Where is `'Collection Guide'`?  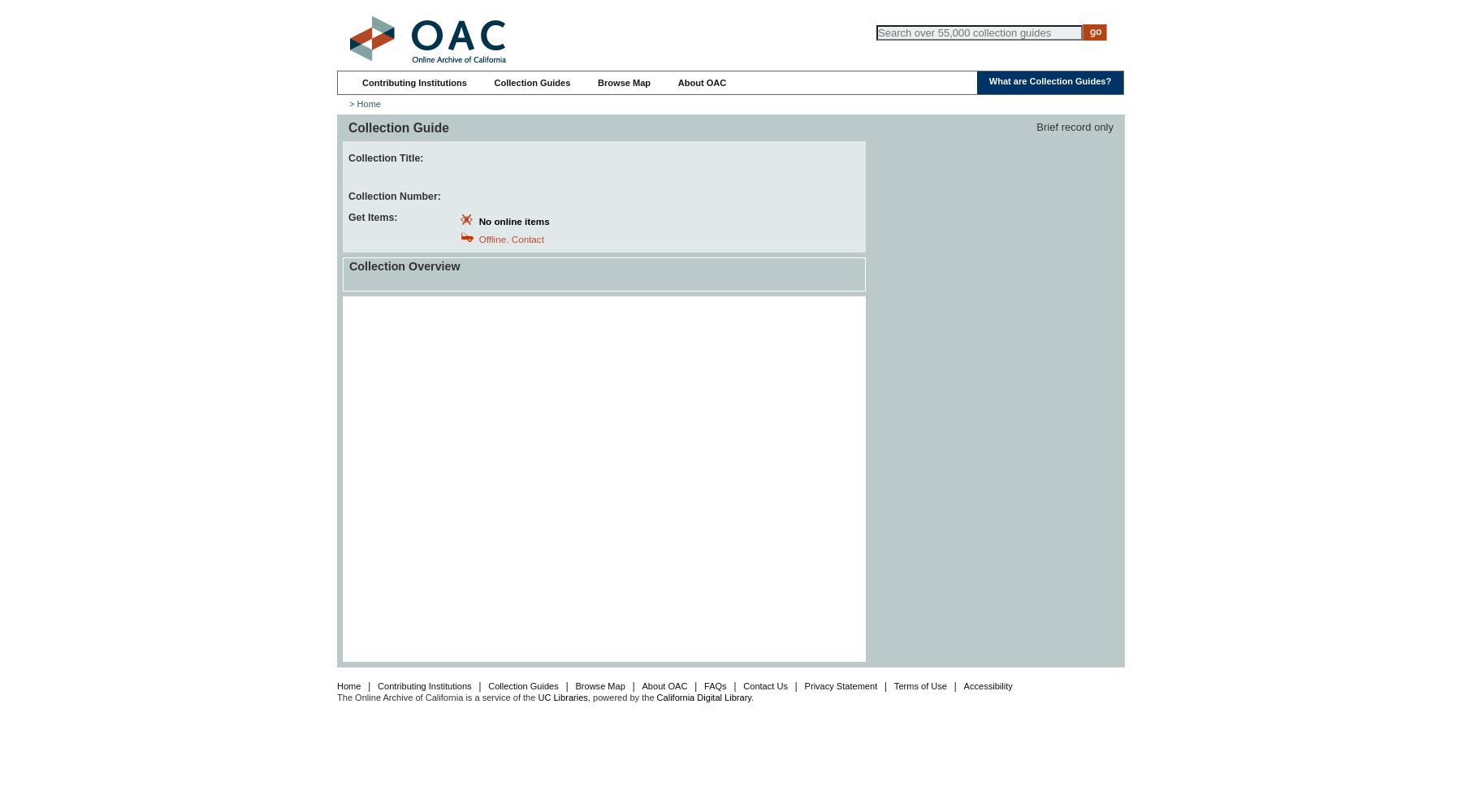
'Collection Guide' is located at coordinates (397, 127).